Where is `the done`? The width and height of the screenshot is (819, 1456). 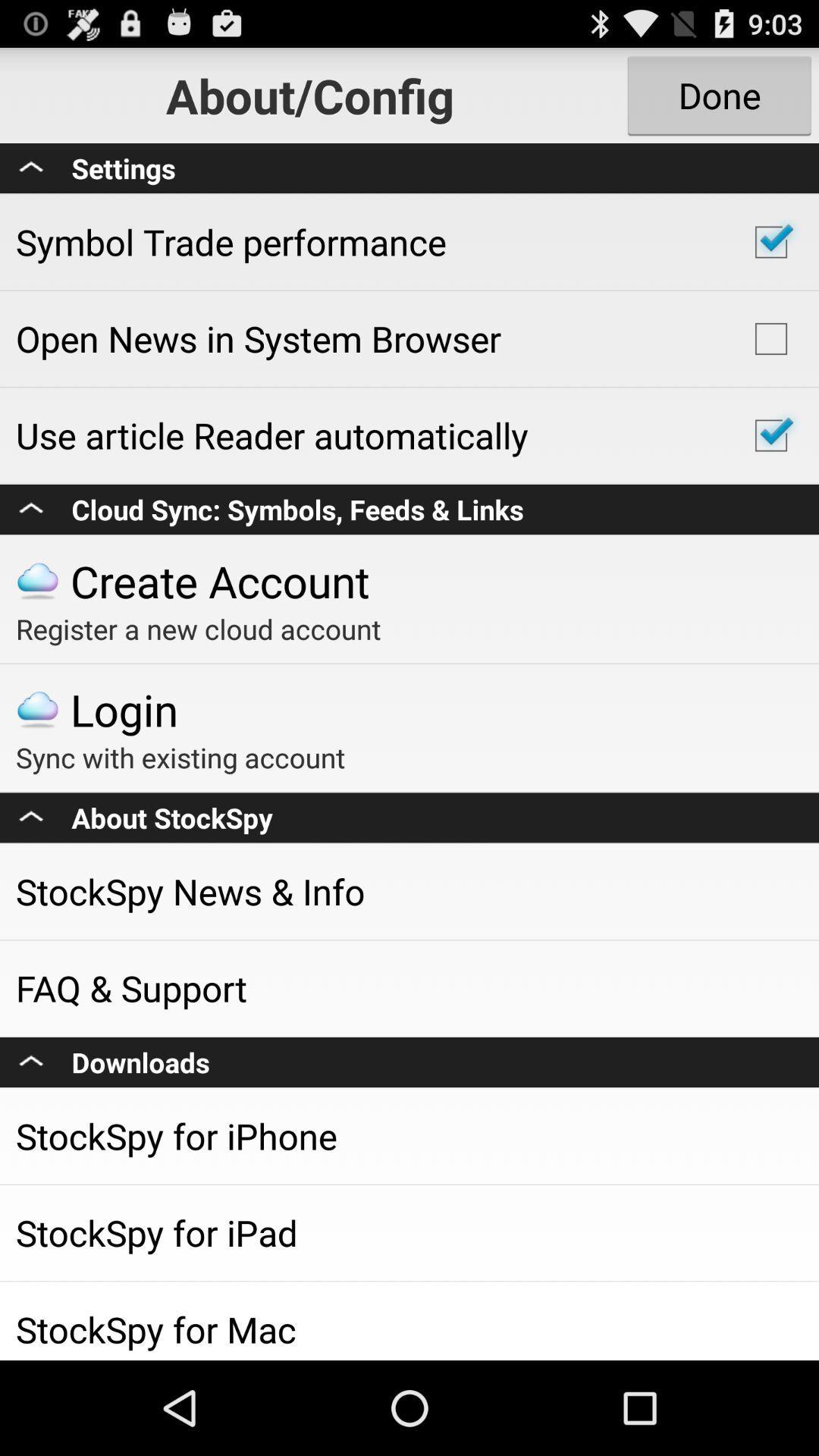
the done is located at coordinates (718, 94).